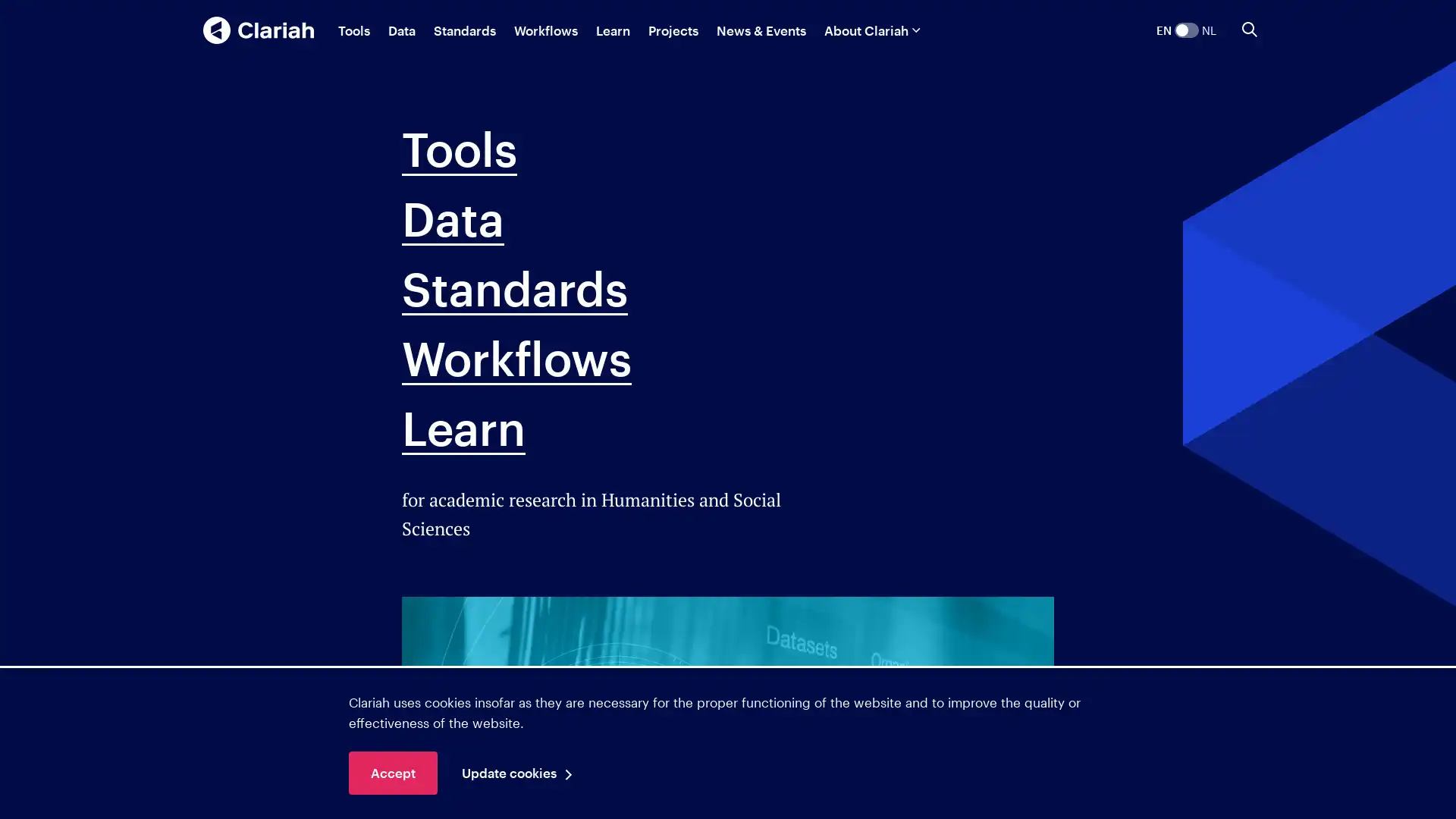 The image size is (1456, 819). Describe the element at coordinates (521, 773) in the screenshot. I see `Update cookies` at that location.